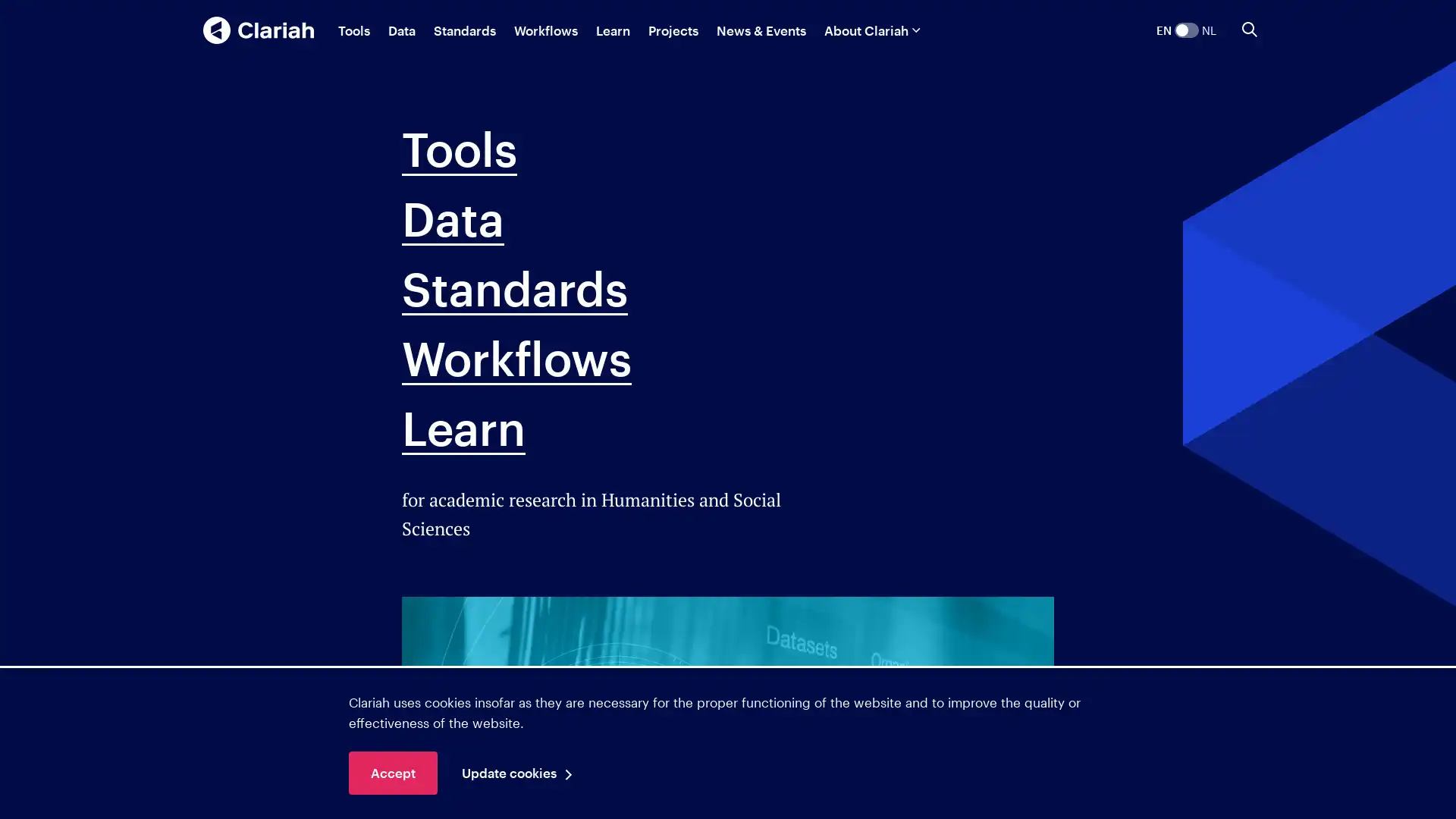 The image size is (1456, 819). Describe the element at coordinates (521, 773) in the screenshot. I see `Update cookies` at that location.